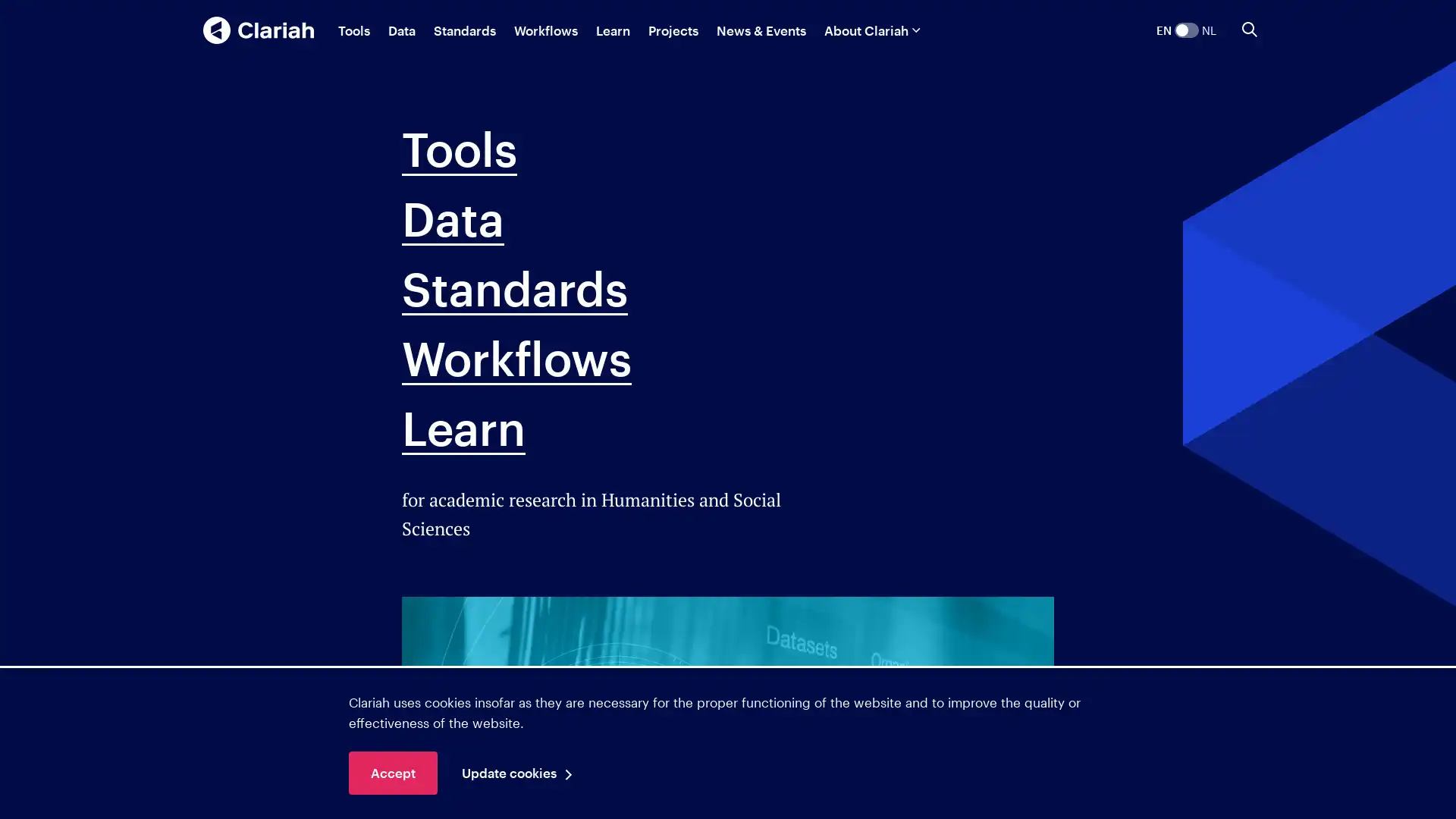 The image size is (1456, 819). Describe the element at coordinates (521, 773) in the screenshot. I see `Update cookies` at that location.